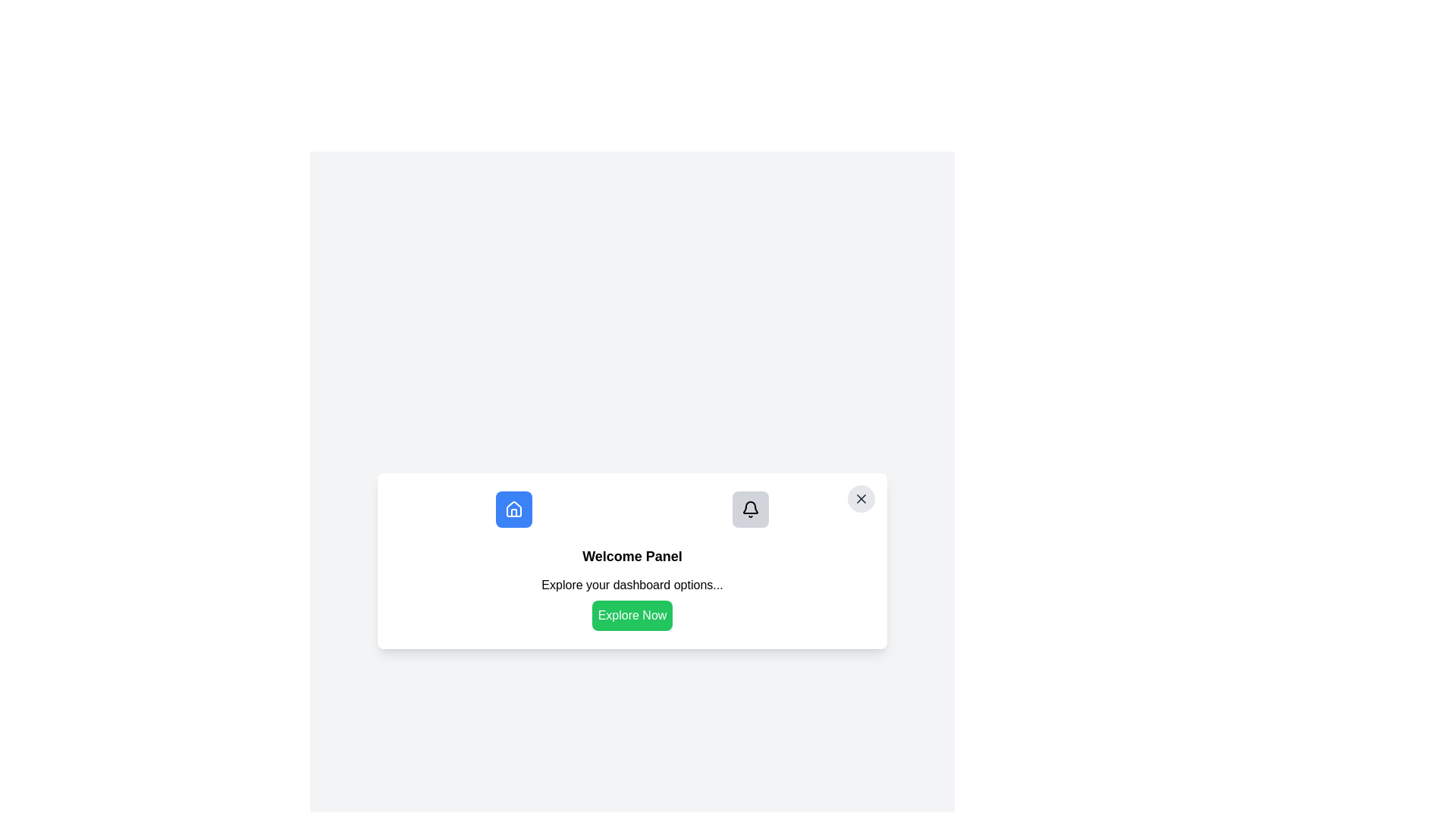 The width and height of the screenshot is (1456, 819). Describe the element at coordinates (632, 561) in the screenshot. I see `information presented in the modal window titled 'Welcome Panel', which contains a subtitle 'Explore your dashboard options...' and a green button labeled 'Explore Now'` at that location.